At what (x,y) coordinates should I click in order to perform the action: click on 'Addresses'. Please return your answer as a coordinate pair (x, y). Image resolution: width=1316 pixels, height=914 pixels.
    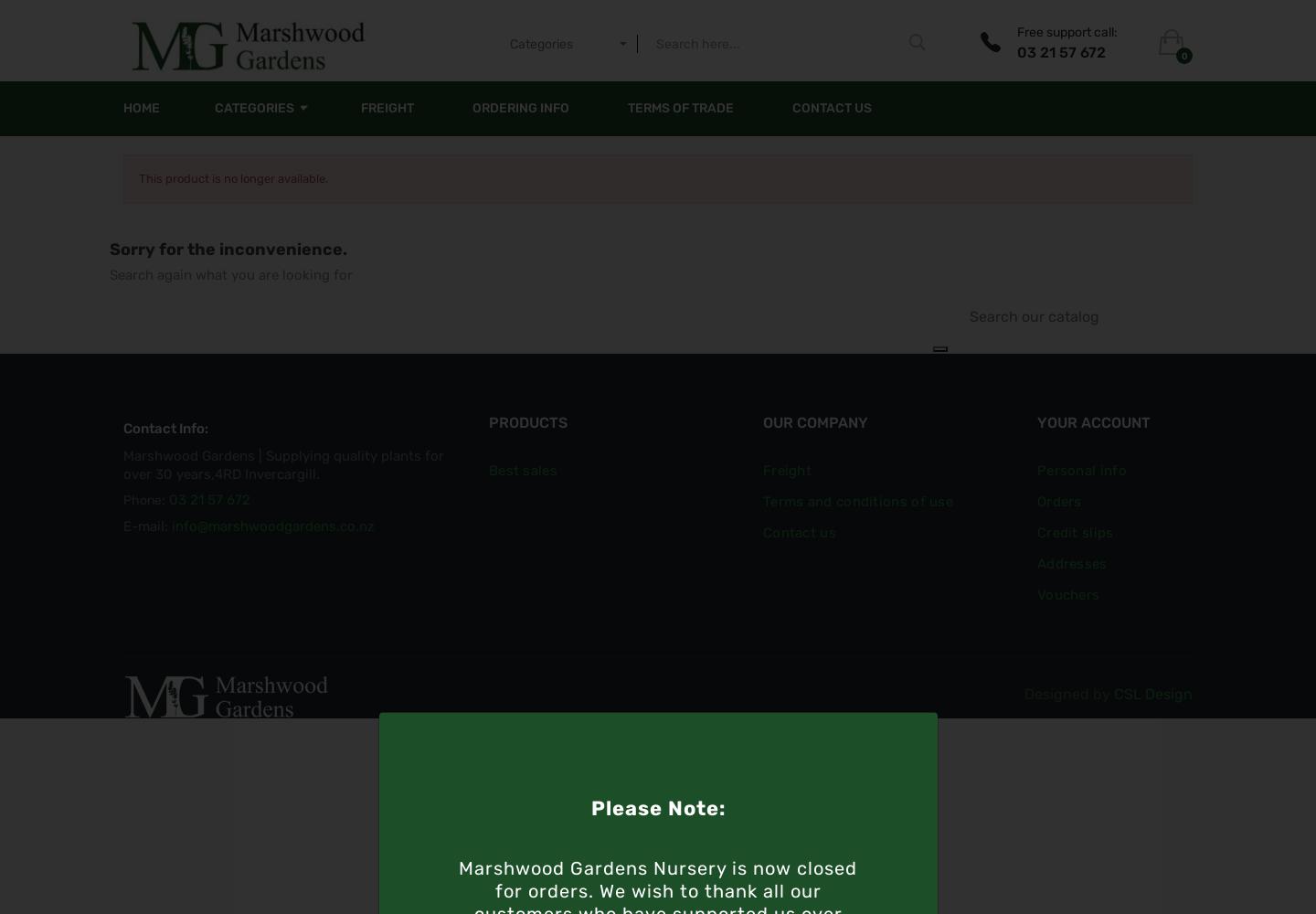
    Looking at the image, I should click on (1071, 563).